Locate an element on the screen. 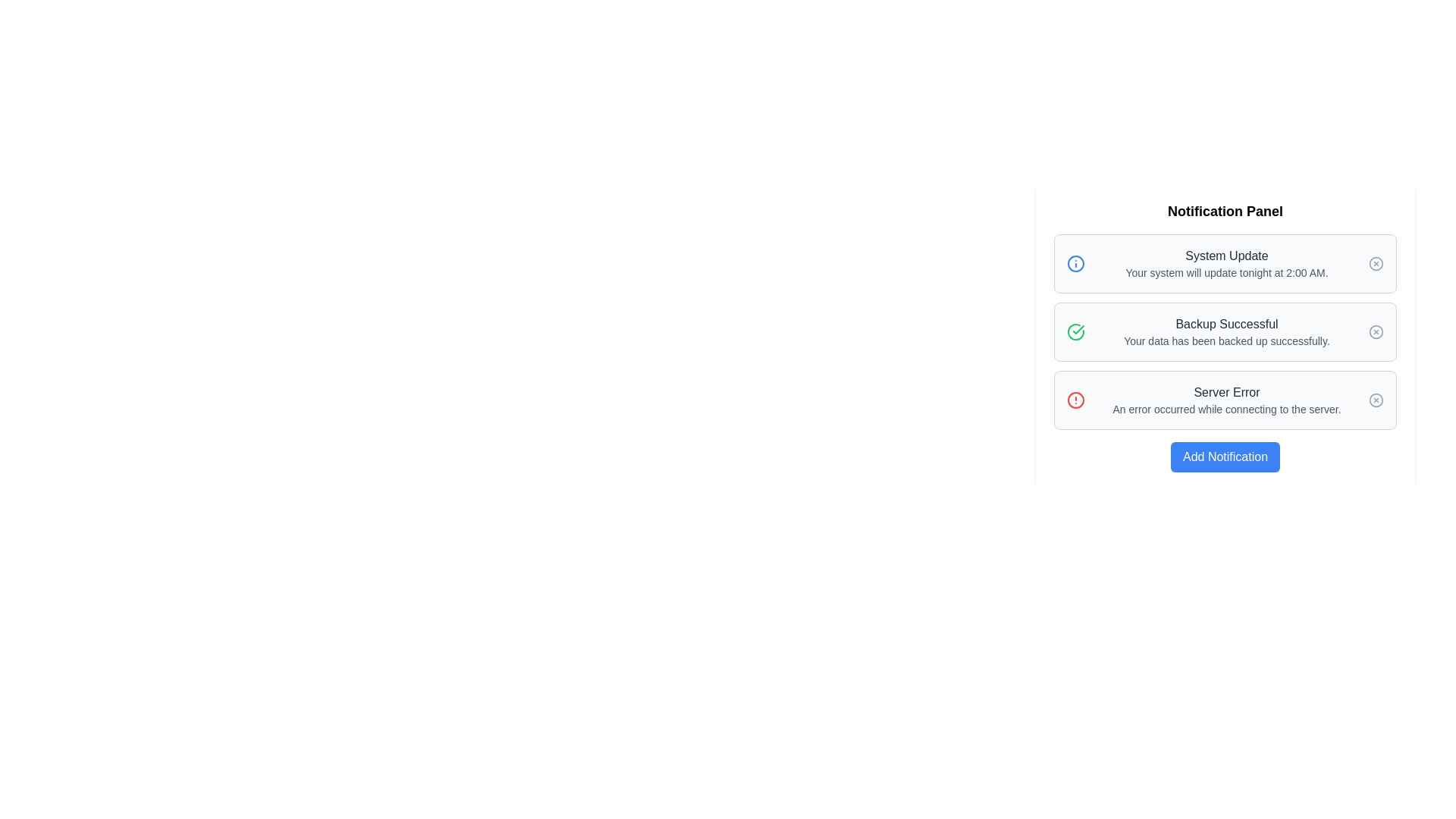 This screenshot has height=819, width=1456. the dismiss button located in the top-right corner of the 'System Update' notification is located at coordinates (1376, 262).